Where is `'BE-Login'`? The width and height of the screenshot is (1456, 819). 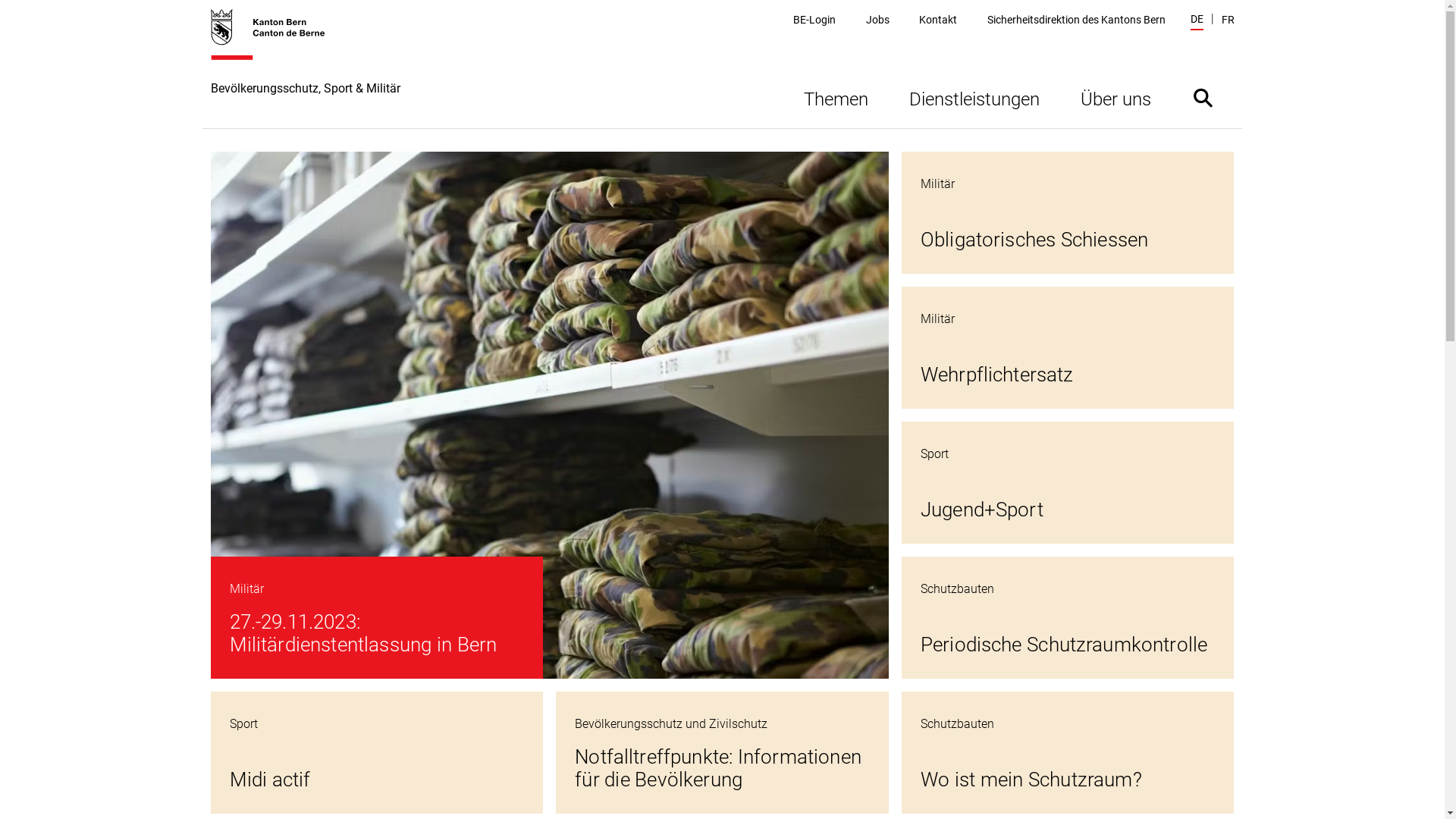 'BE-Login' is located at coordinates (814, 20).